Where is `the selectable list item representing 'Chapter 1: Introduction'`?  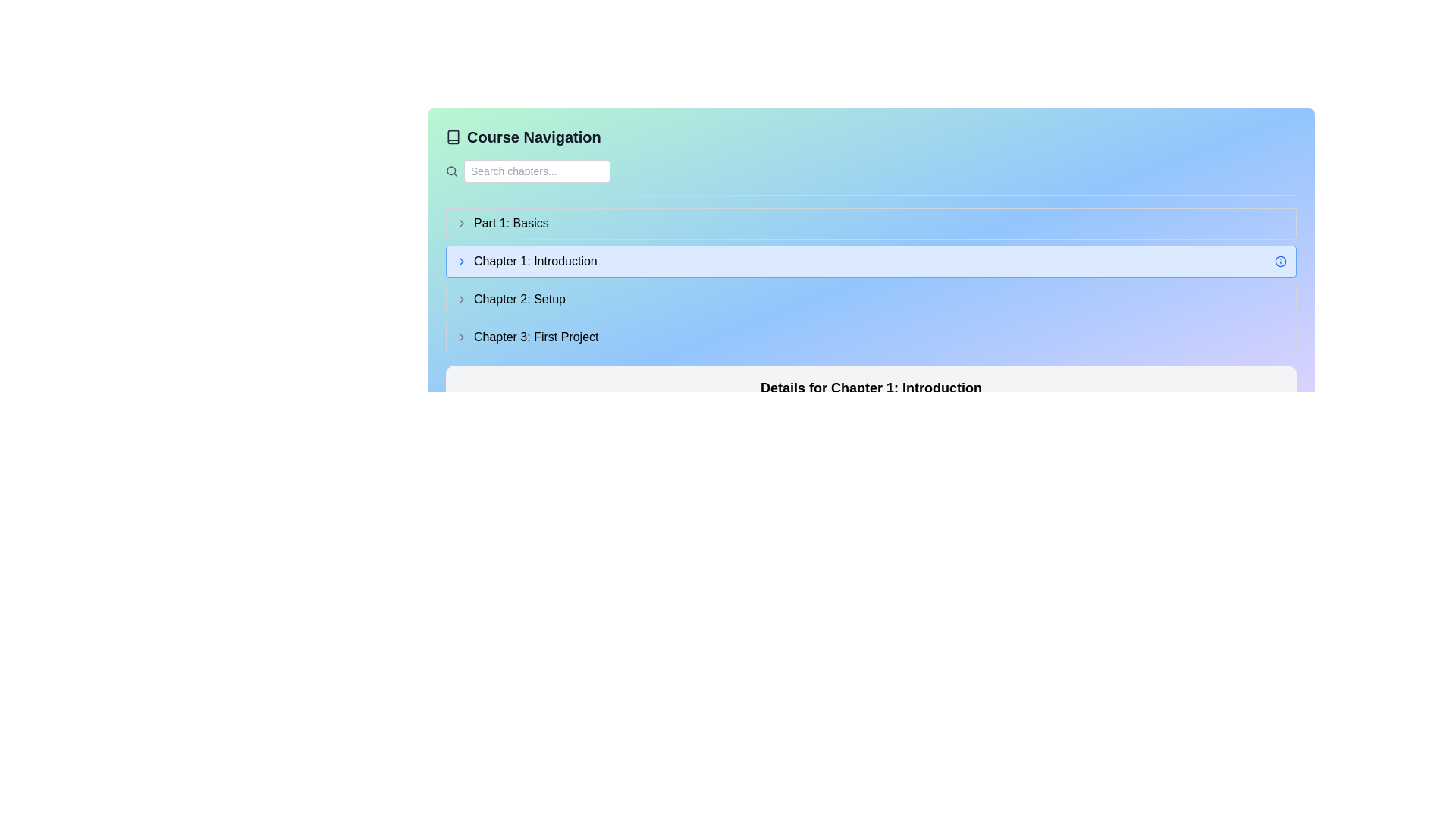
the selectable list item representing 'Chapter 1: Introduction' is located at coordinates (871, 260).